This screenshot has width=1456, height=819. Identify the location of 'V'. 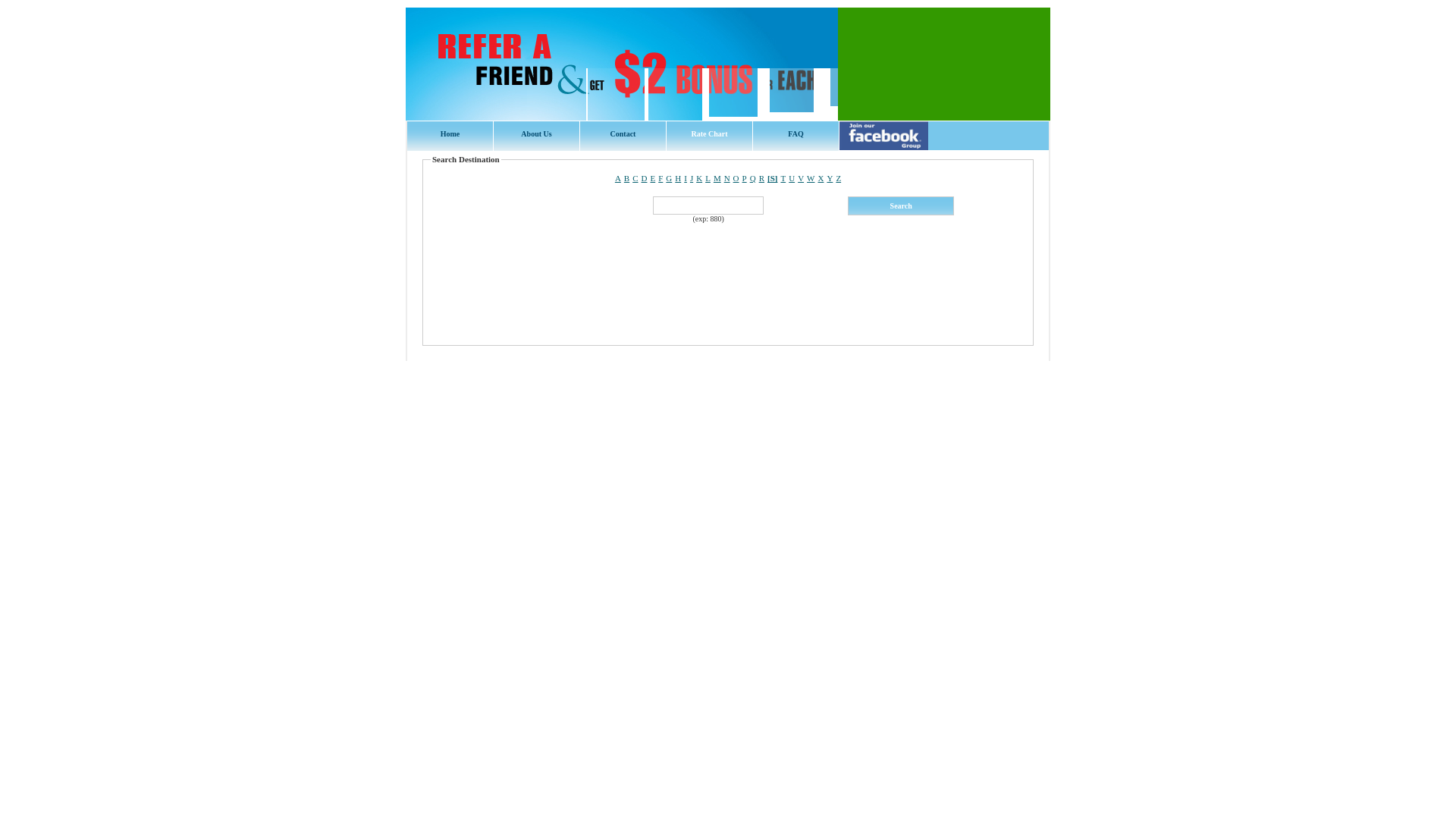
(800, 177).